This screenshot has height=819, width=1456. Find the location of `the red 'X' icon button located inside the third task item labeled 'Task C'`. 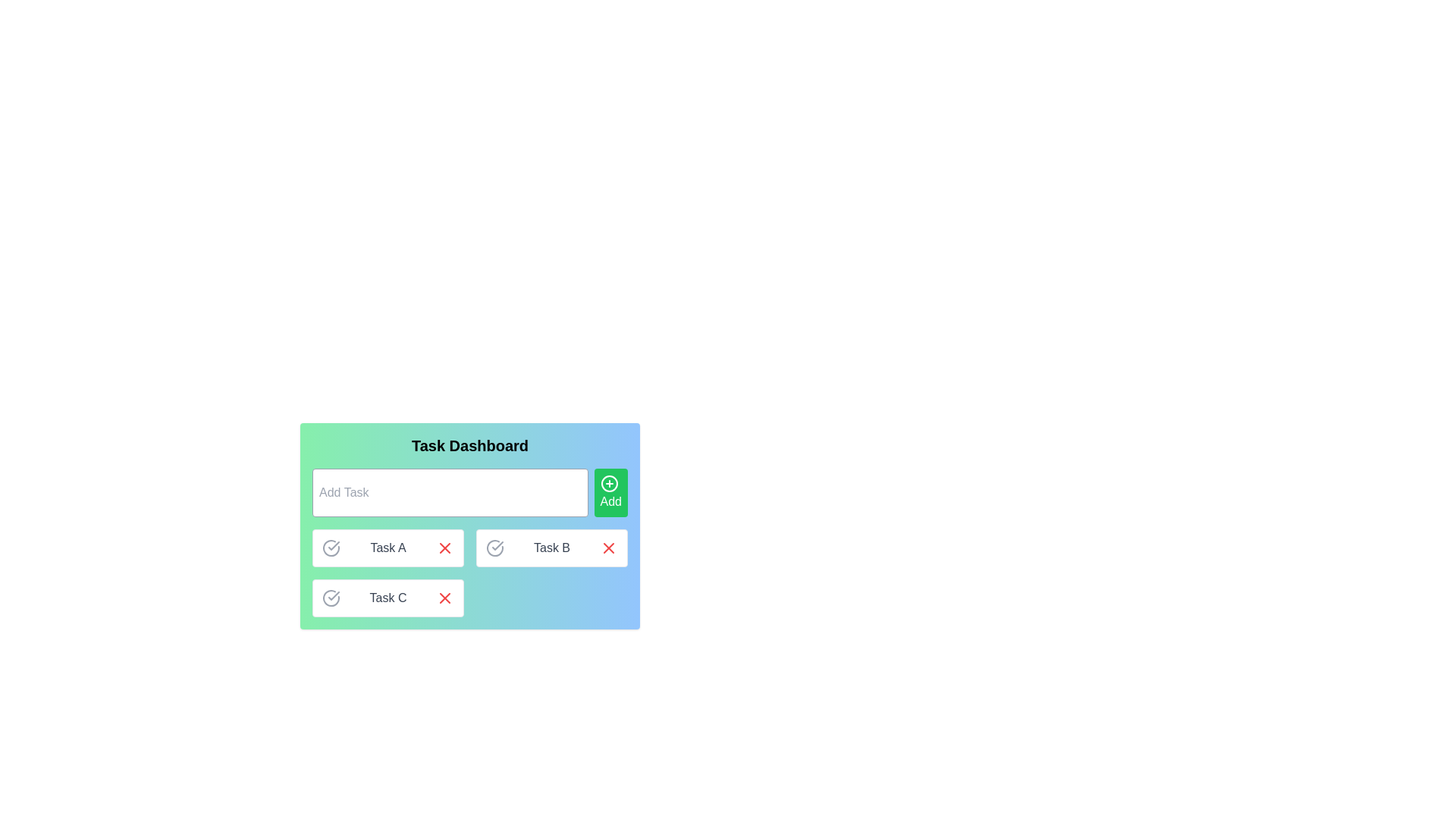

the red 'X' icon button located inside the third task item labeled 'Task C' is located at coordinates (444, 598).